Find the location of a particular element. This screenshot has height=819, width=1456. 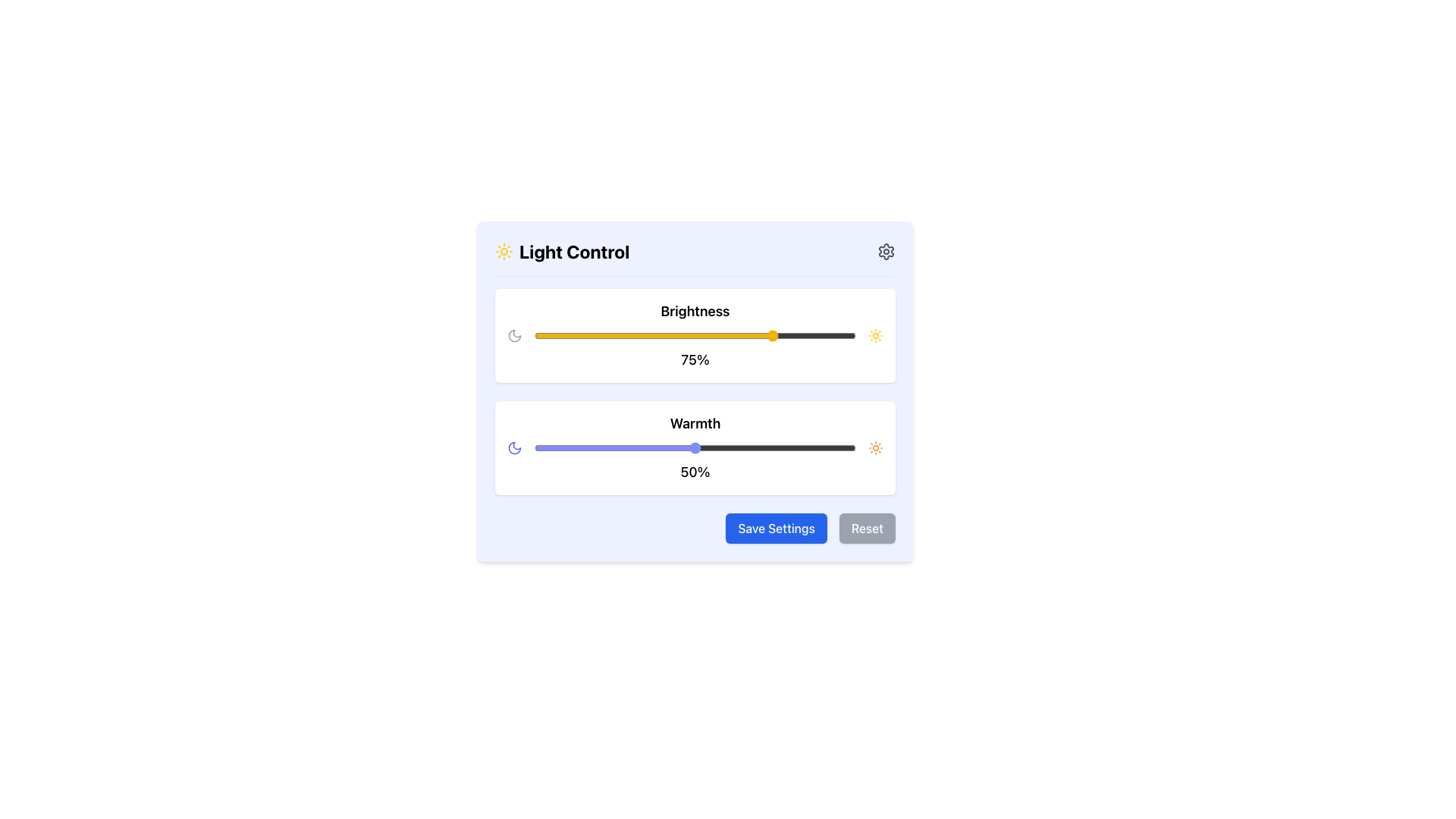

the gear icon button for settings located in the top-right corner of the 'Light Control' header section is located at coordinates (886, 250).